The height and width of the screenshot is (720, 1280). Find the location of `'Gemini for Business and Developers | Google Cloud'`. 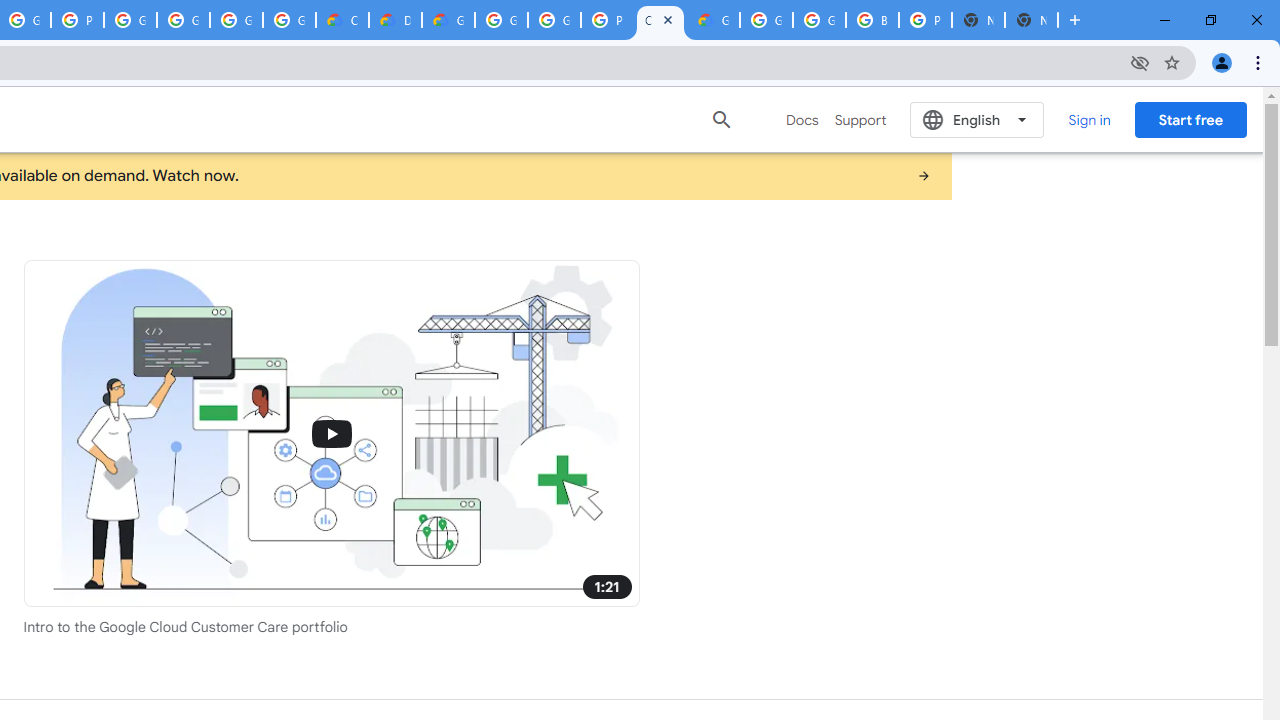

'Gemini for Business and Developers | Google Cloud' is located at coordinates (447, 20).